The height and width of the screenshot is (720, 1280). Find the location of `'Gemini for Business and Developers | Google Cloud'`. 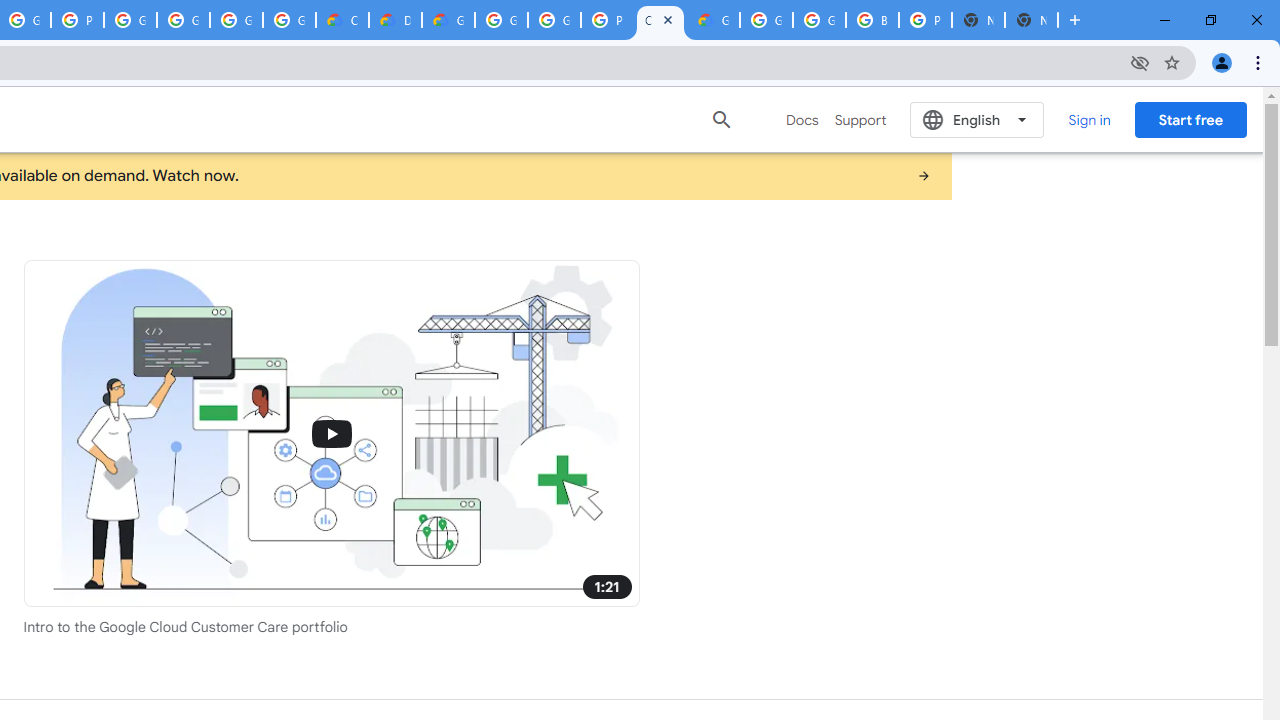

'Gemini for Business and Developers | Google Cloud' is located at coordinates (447, 20).